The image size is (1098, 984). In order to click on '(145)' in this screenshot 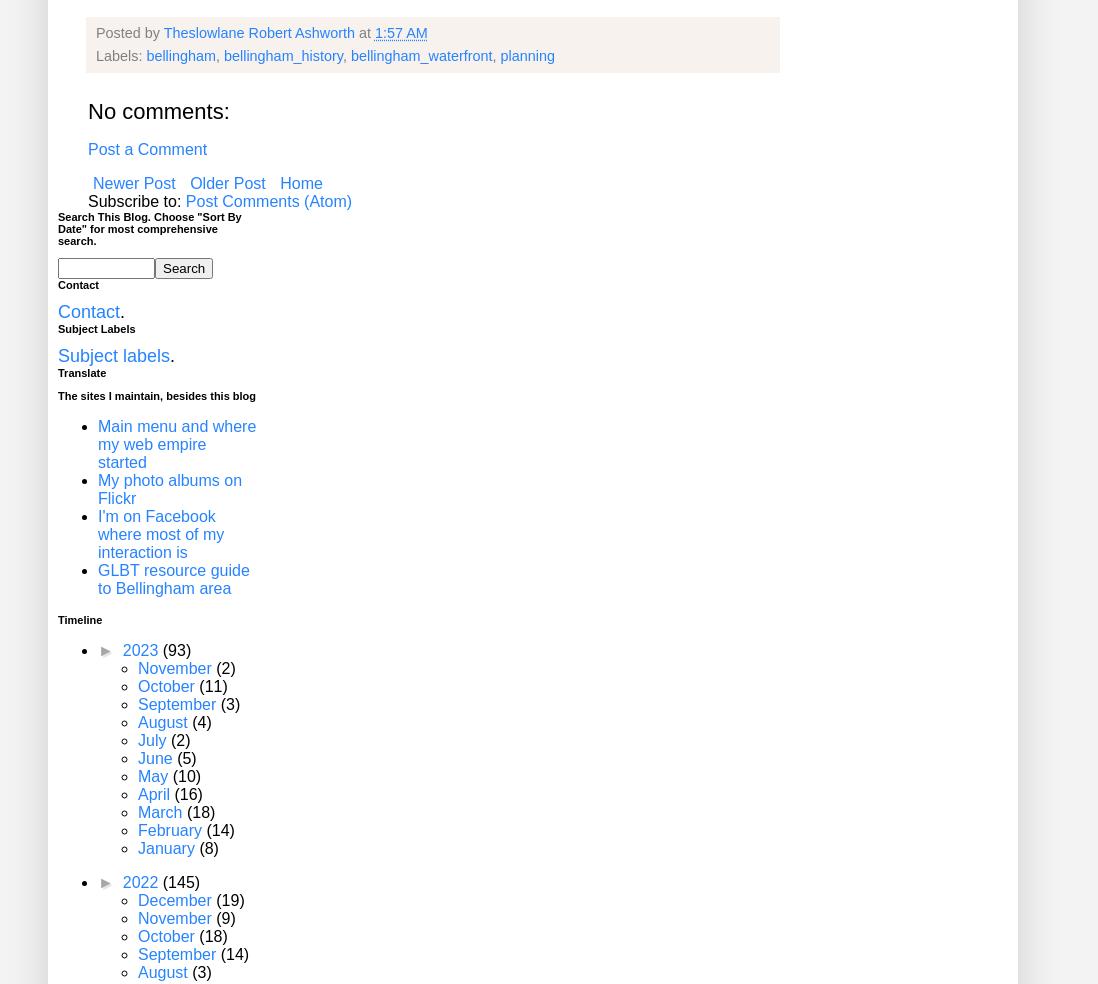, I will do `click(180, 882)`.